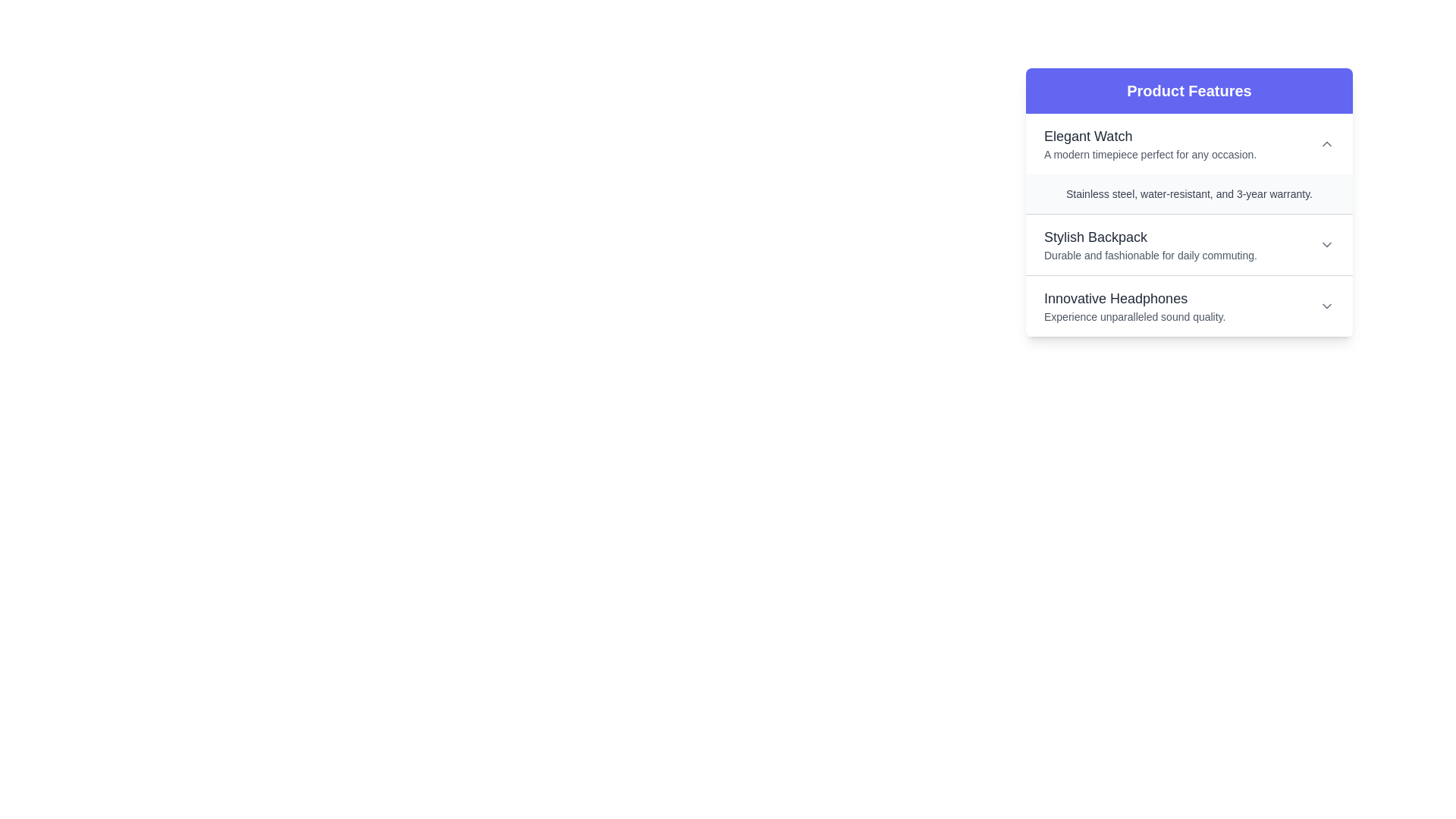 This screenshot has width=1456, height=819. What do you see at coordinates (1188, 244) in the screenshot?
I see `the collapsible list item displaying product details in the 'Product Features' panel` at bounding box center [1188, 244].